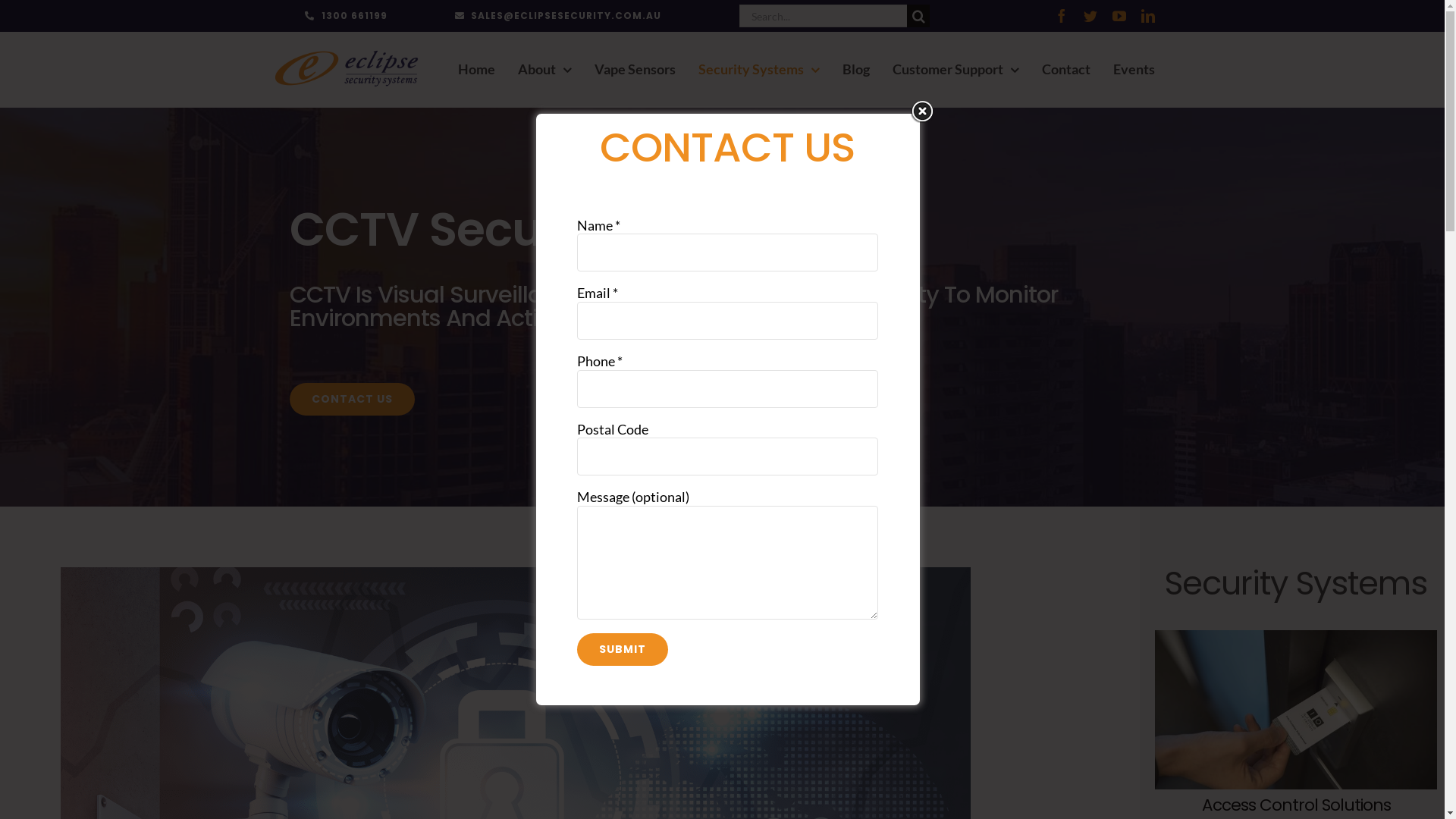 Image resolution: width=1456 pixels, height=819 pixels. Describe the element at coordinates (1113, 70) in the screenshot. I see `'Events'` at that location.